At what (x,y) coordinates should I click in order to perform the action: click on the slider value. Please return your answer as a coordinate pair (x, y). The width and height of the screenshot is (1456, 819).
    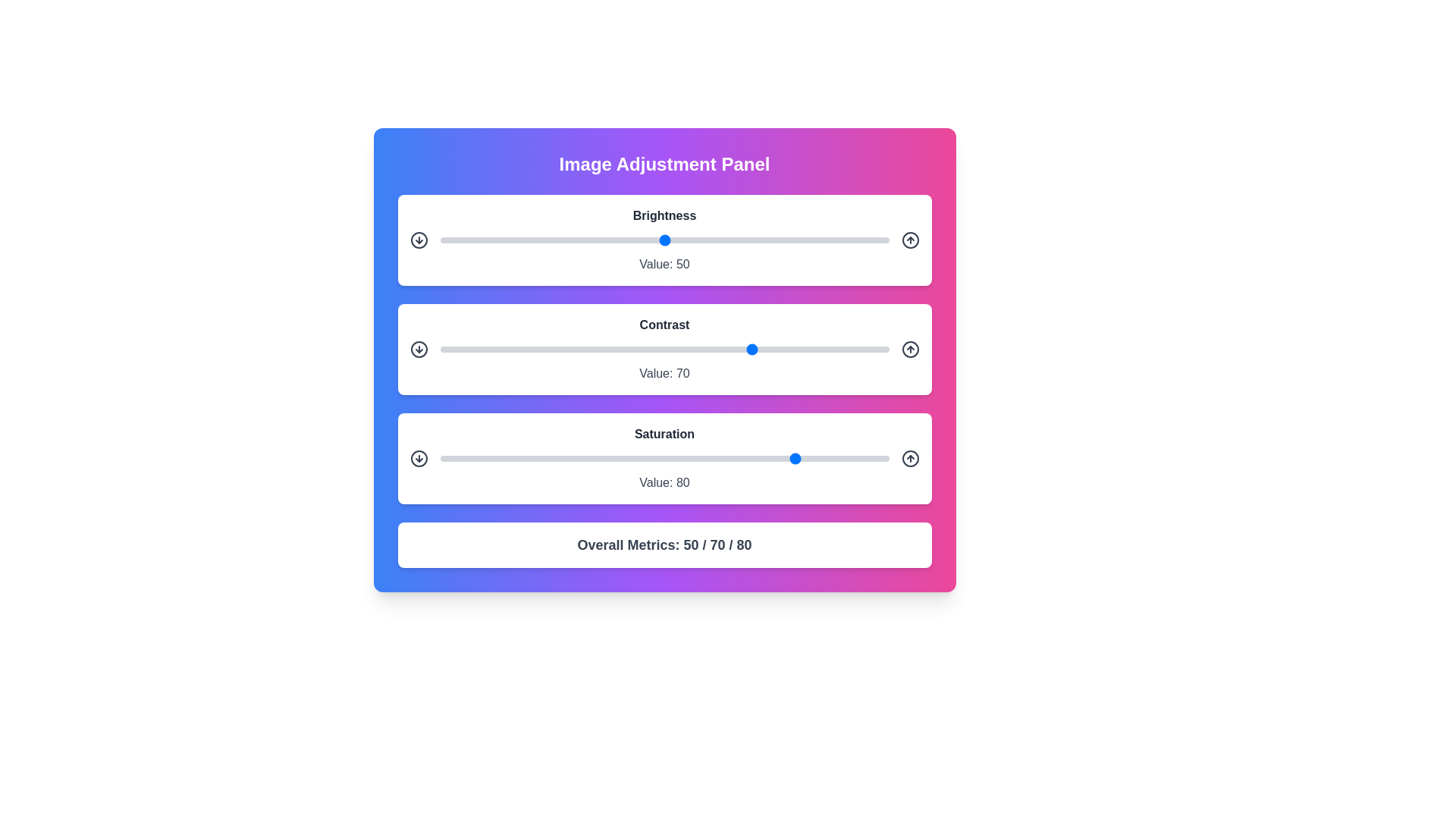
    Looking at the image, I should click on (529, 458).